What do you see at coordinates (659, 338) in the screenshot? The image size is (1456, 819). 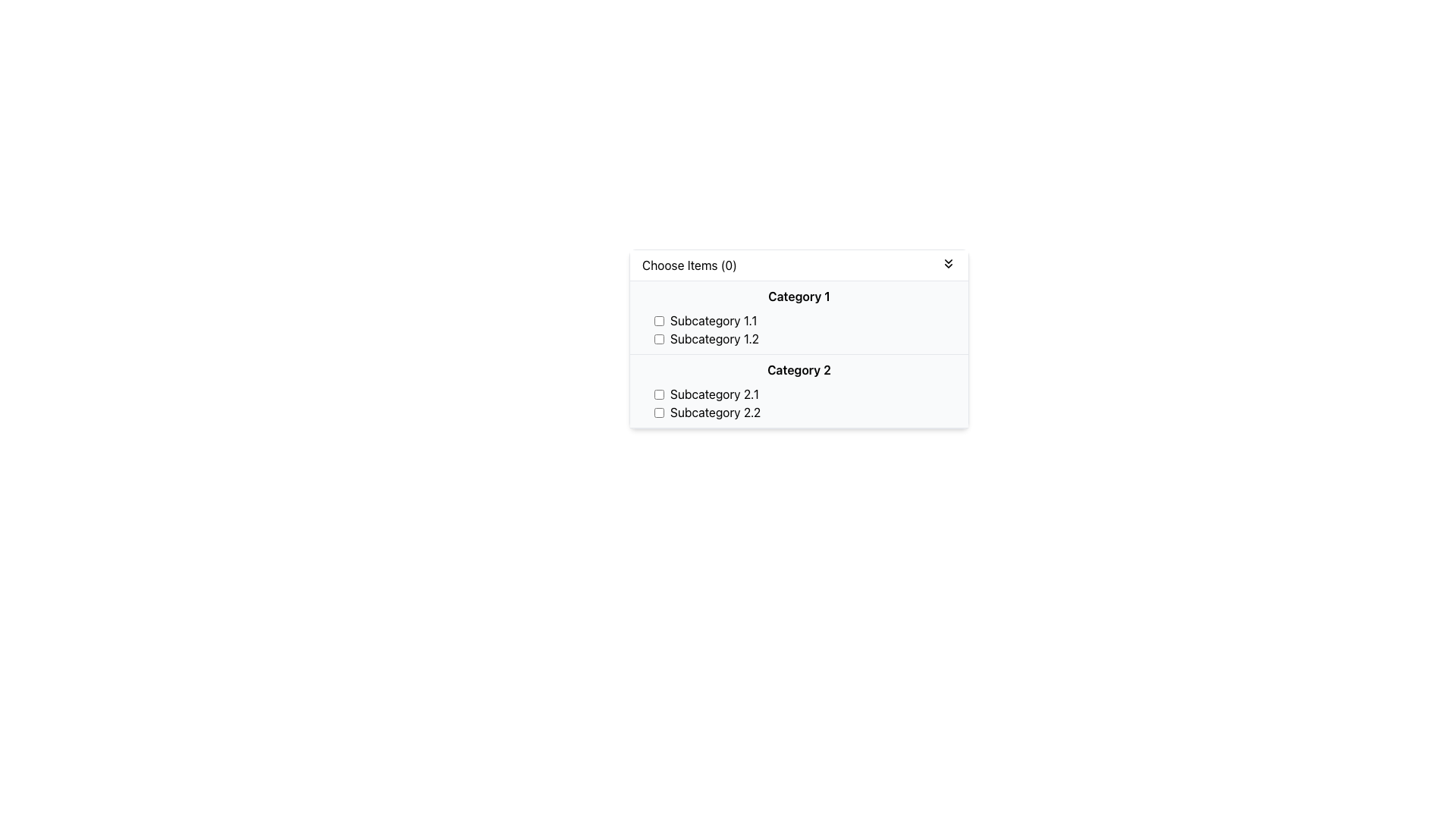 I see `the standard checkbox for 'Subcategory 1.2'` at bounding box center [659, 338].